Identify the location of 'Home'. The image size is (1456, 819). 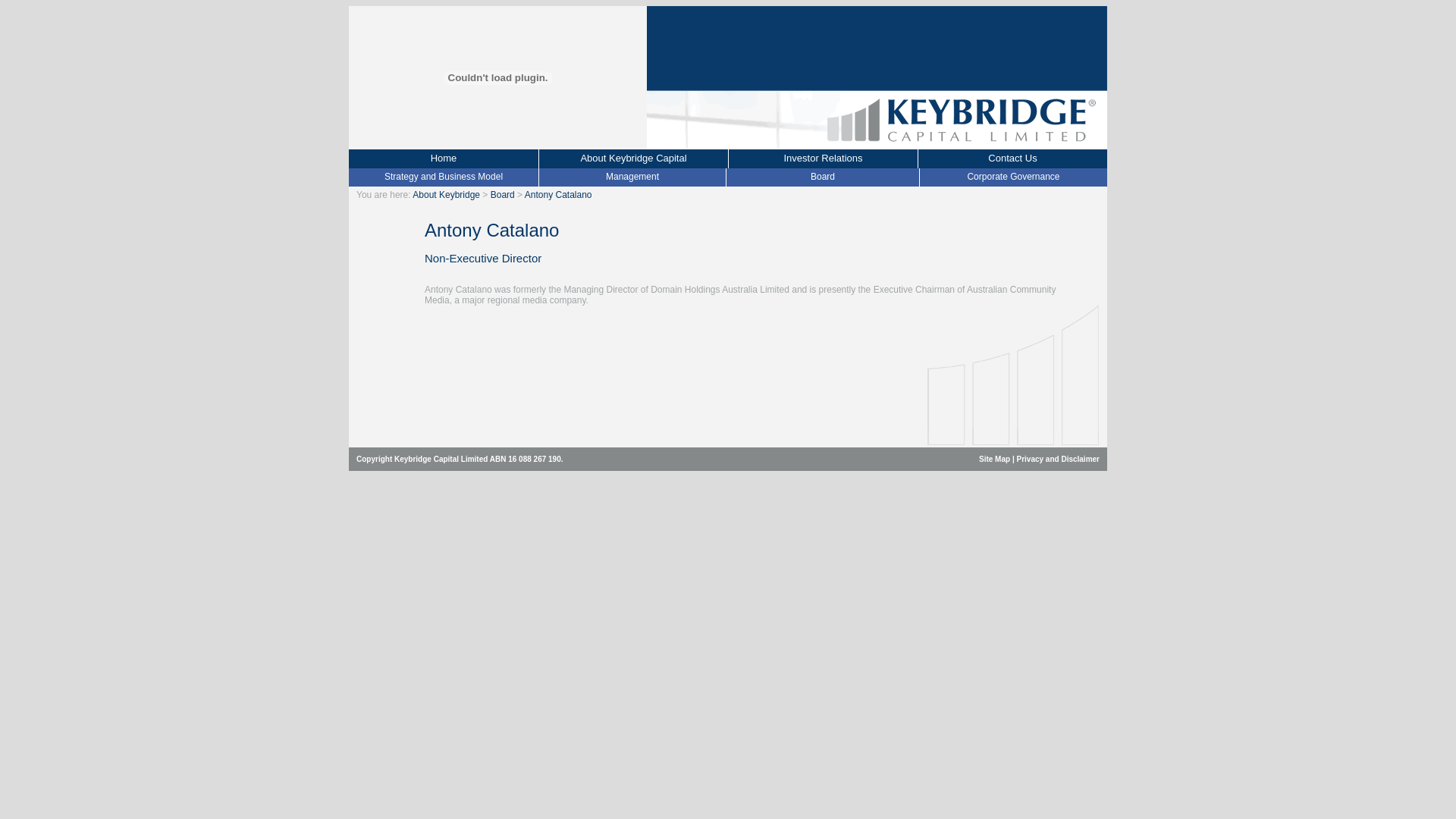
(443, 158).